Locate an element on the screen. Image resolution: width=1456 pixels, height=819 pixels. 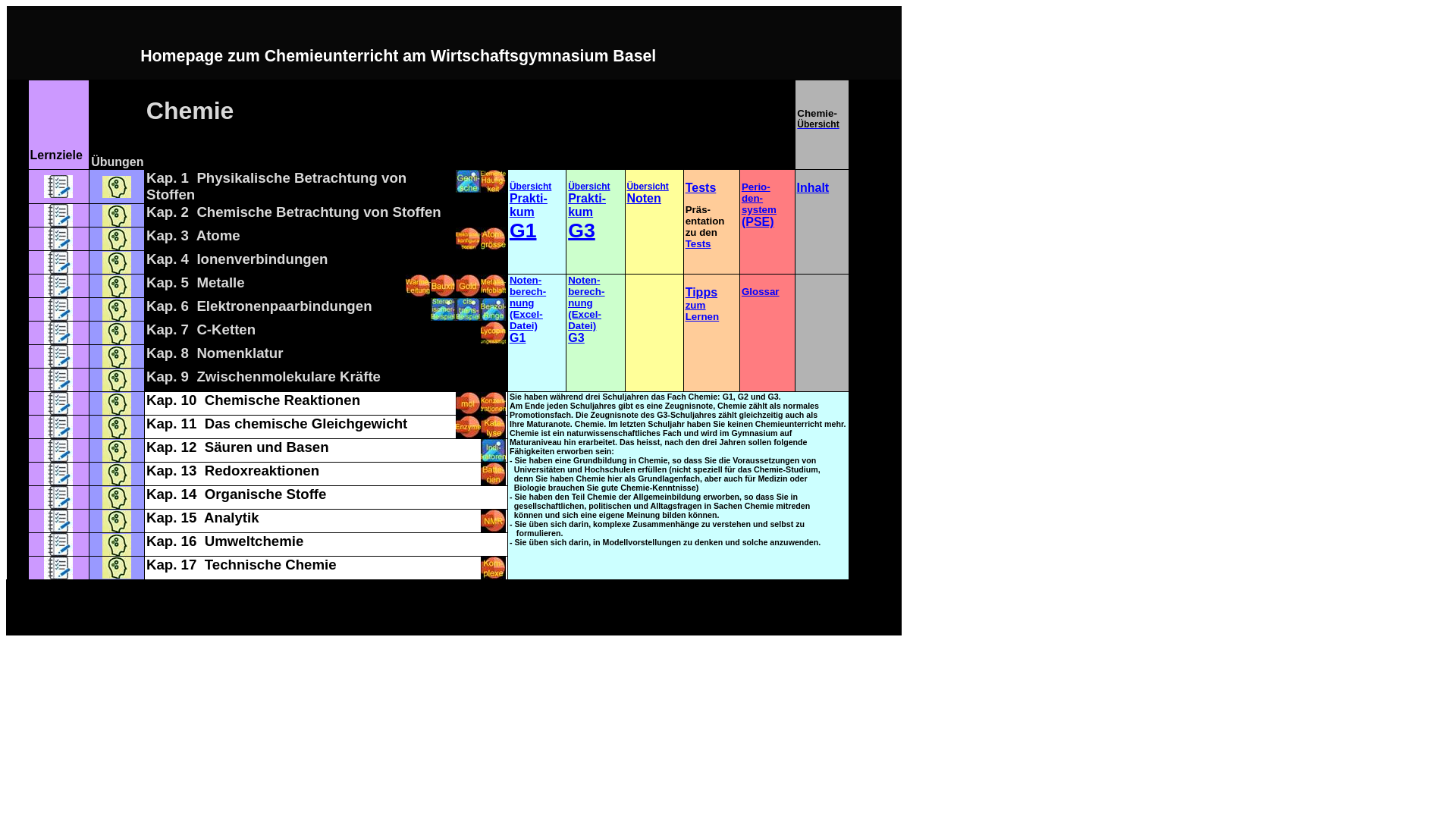
'zum' is located at coordinates (695, 305).